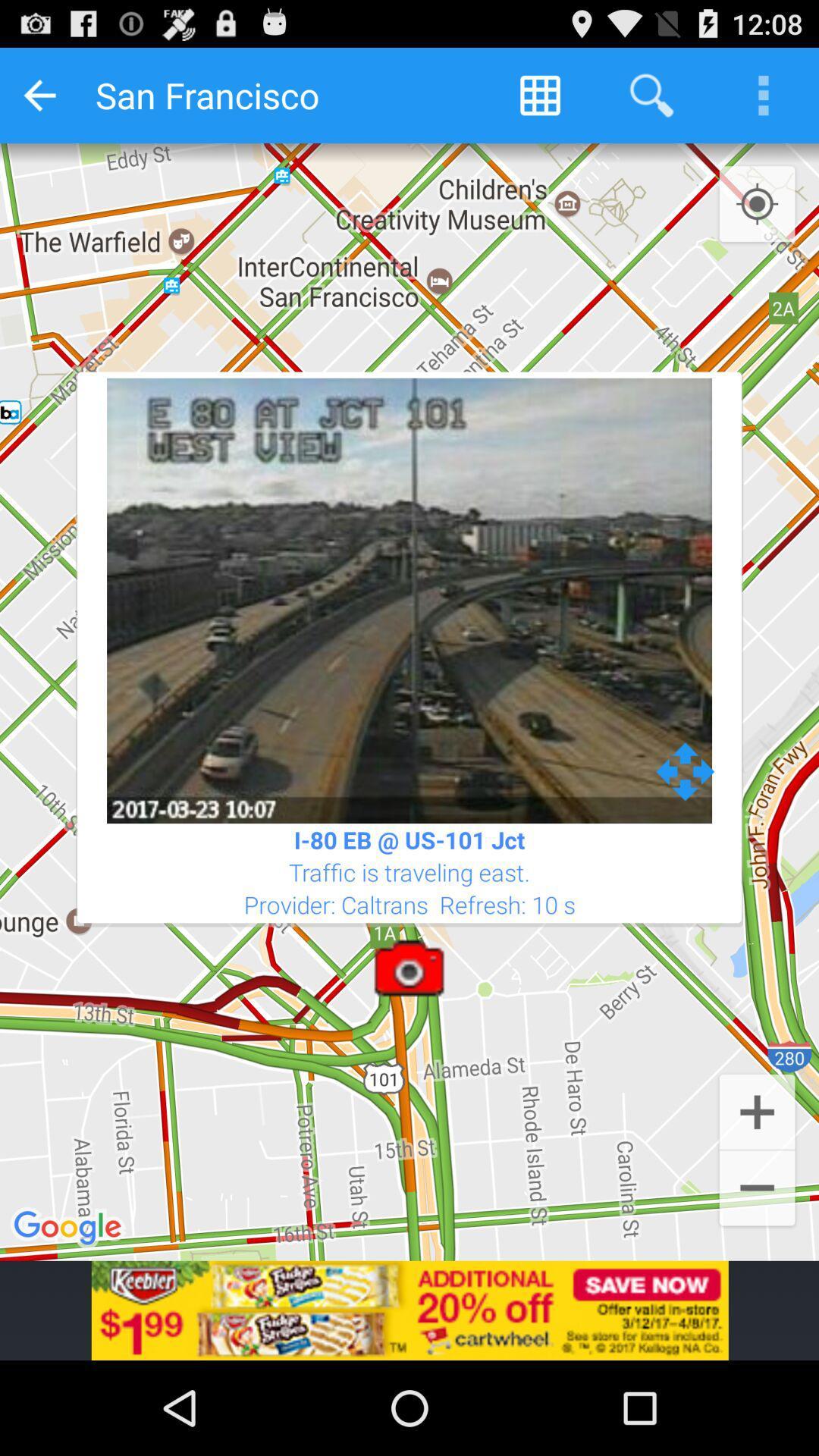 This screenshot has width=819, height=1456. I want to click on adverts, so click(409, 1310).